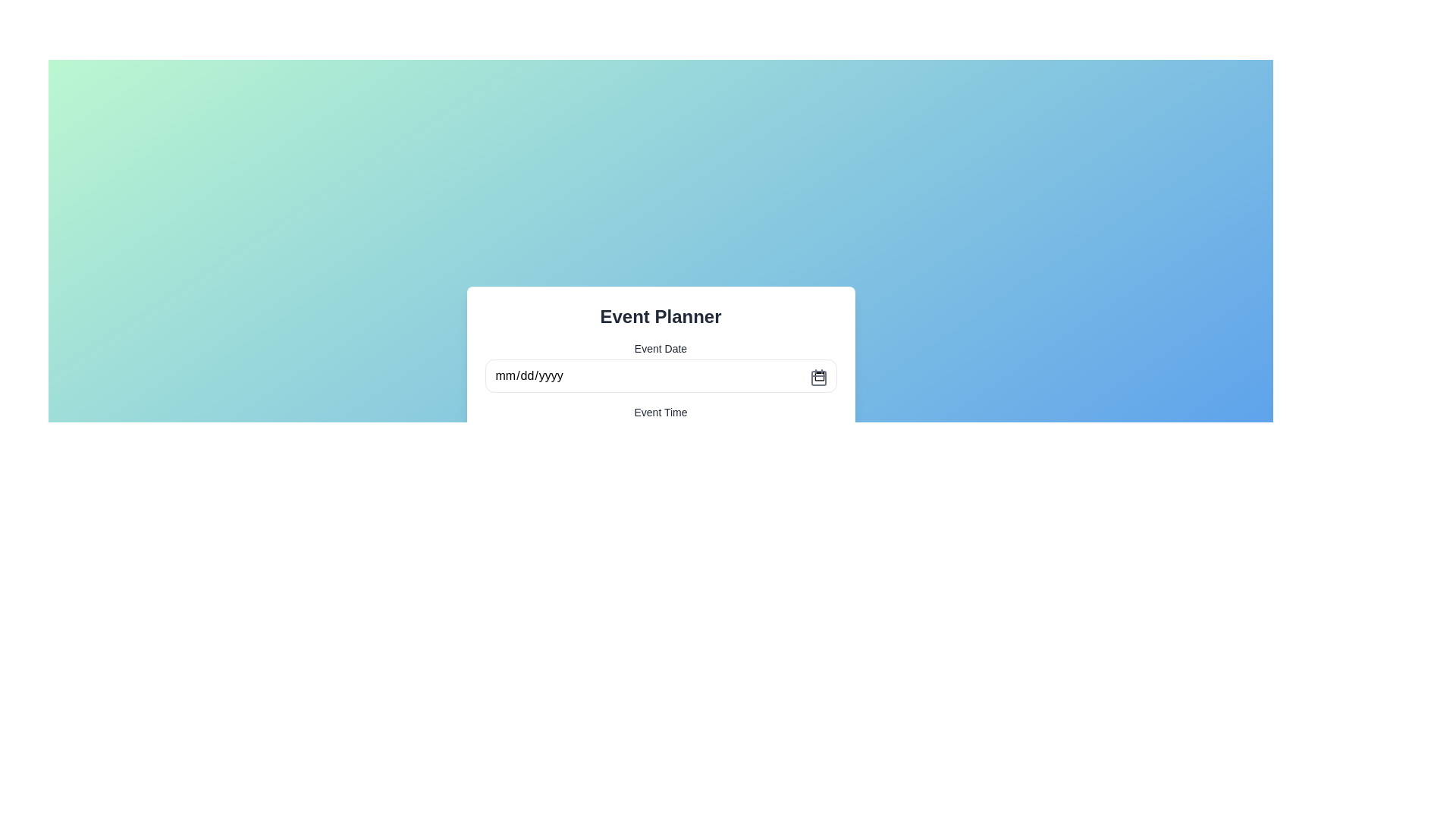 The width and height of the screenshot is (1456, 819). I want to click on the text label that displays 'Event Date', which is positioned above a text input field and near the center of the page, so click(661, 348).